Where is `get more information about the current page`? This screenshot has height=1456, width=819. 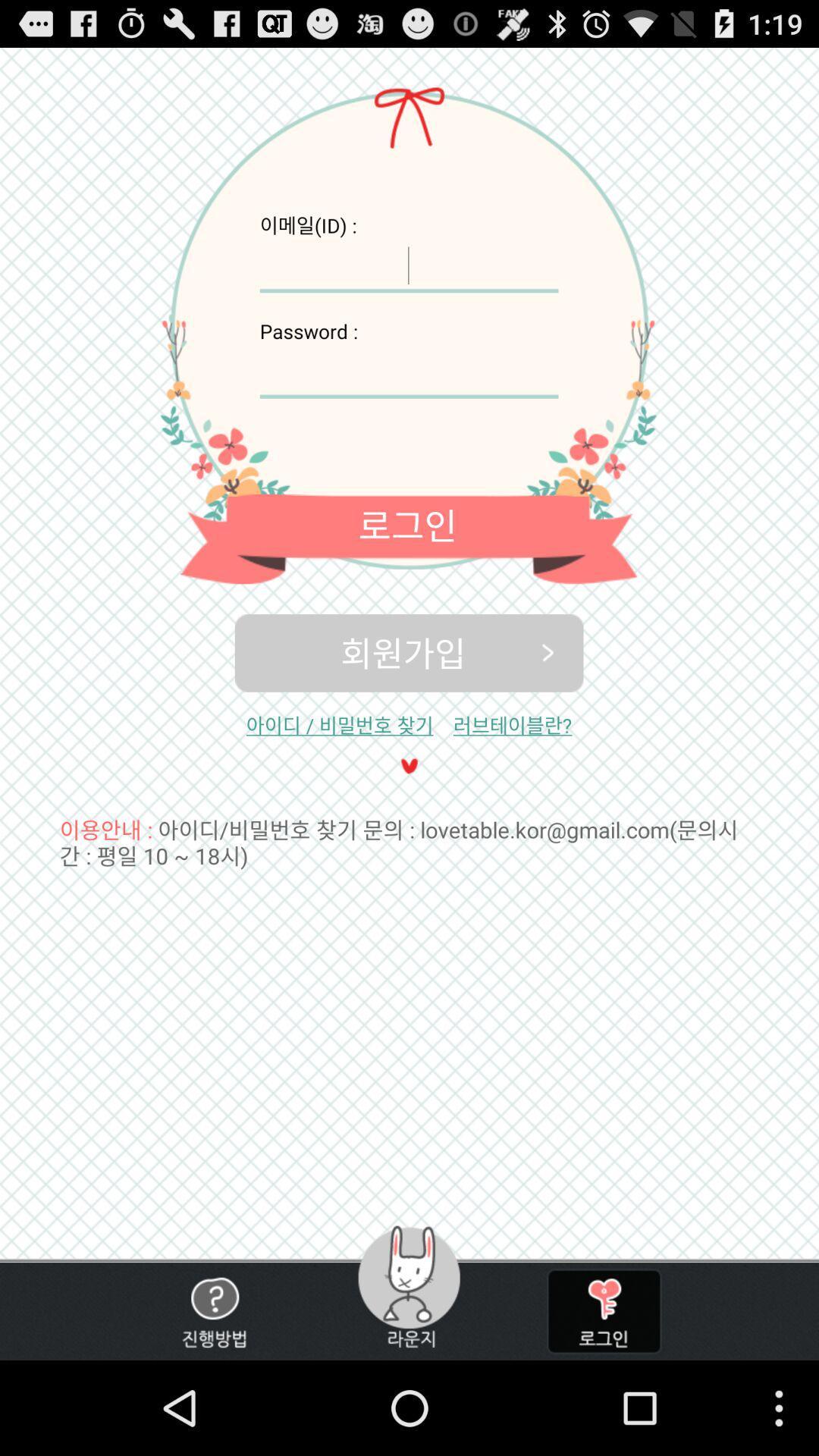
get more information about the current page is located at coordinates (214, 1310).